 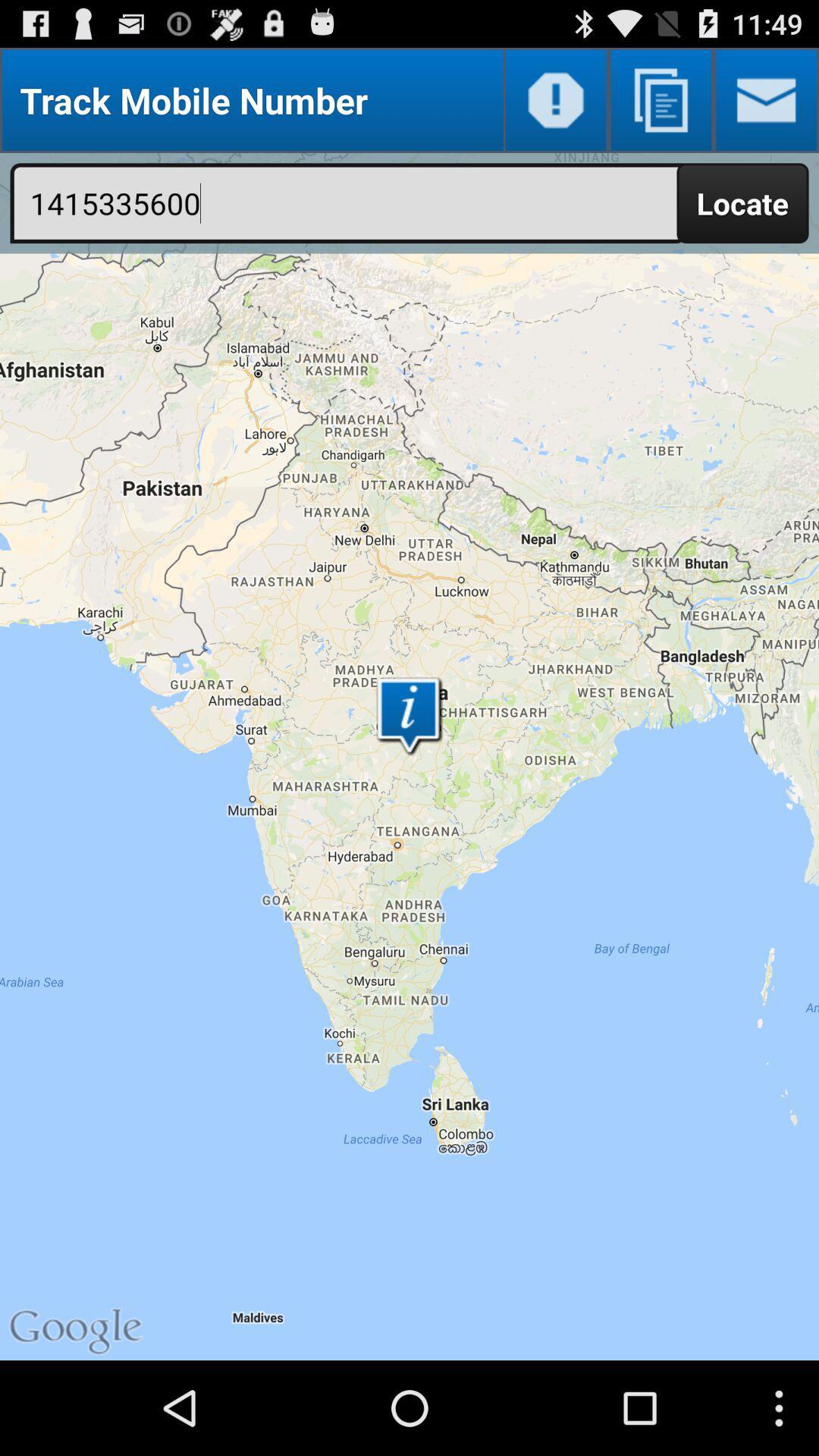 I want to click on open, so click(x=766, y=99).